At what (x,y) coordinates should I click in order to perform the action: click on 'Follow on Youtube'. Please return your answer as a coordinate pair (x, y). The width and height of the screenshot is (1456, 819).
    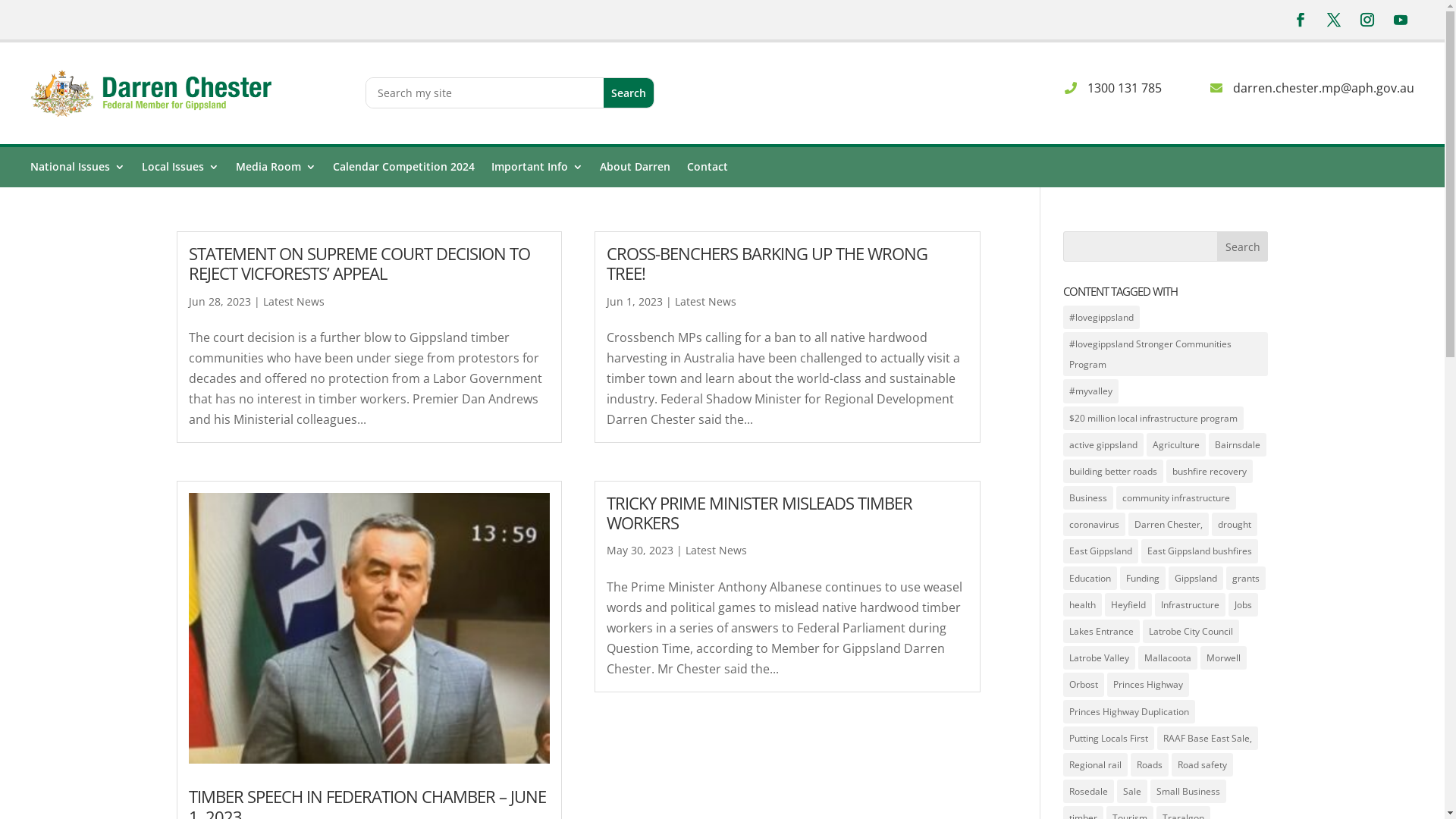
    Looking at the image, I should click on (1386, 20).